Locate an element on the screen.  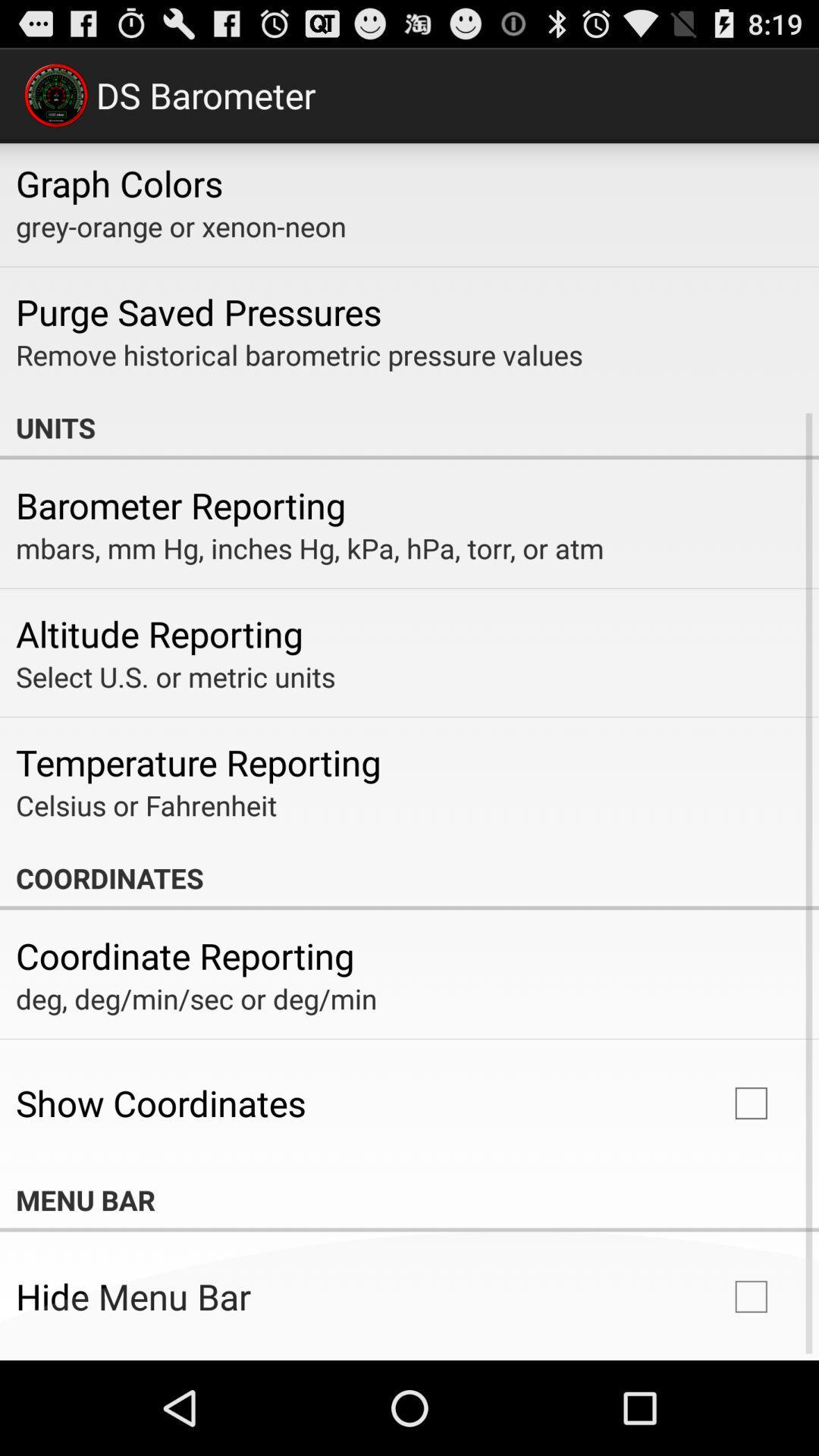
mbars mm hg icon is located at coordinates (309, 548).